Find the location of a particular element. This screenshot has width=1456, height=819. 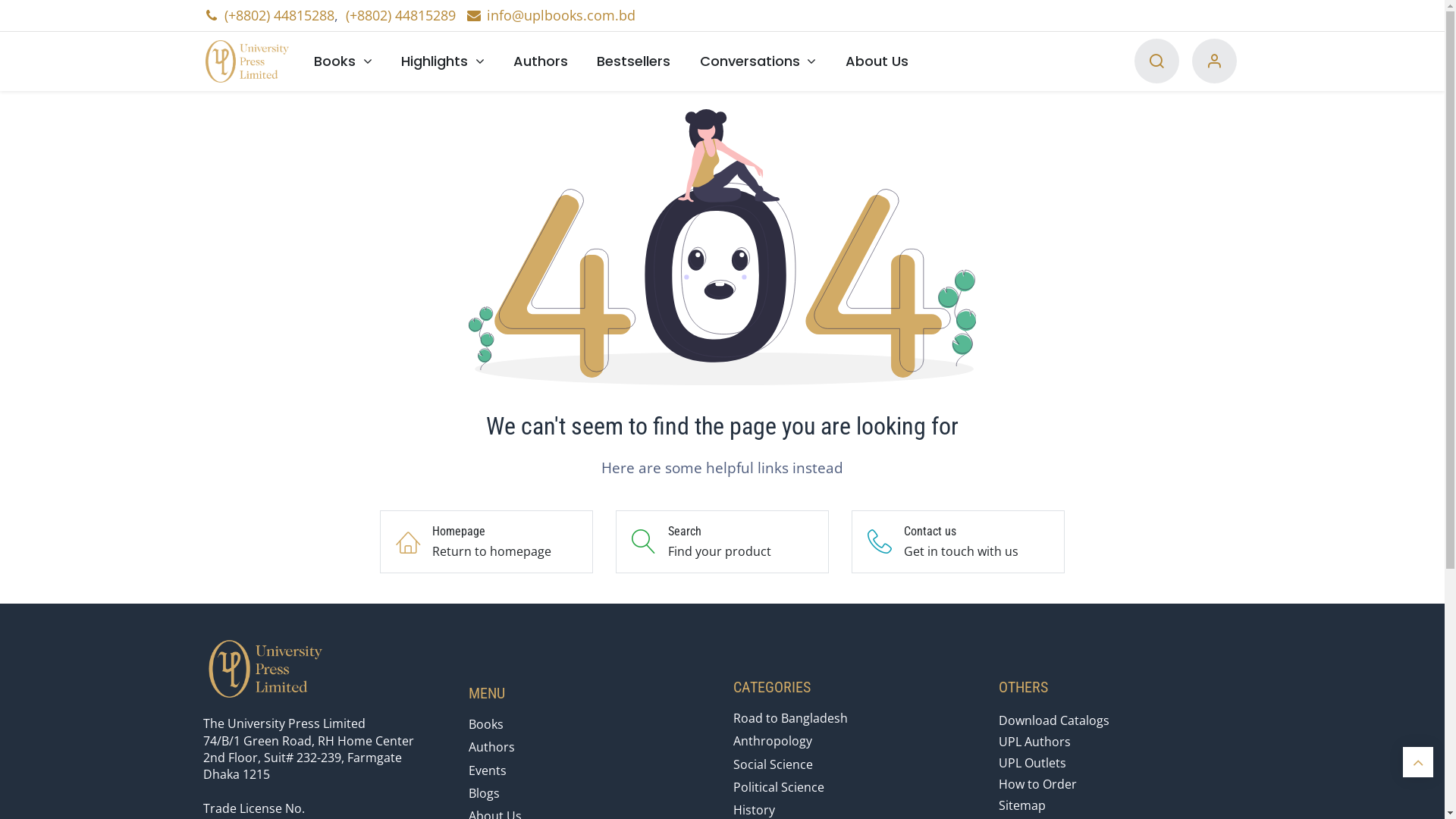

'How to Order' is located at coordinates (1037, 783).